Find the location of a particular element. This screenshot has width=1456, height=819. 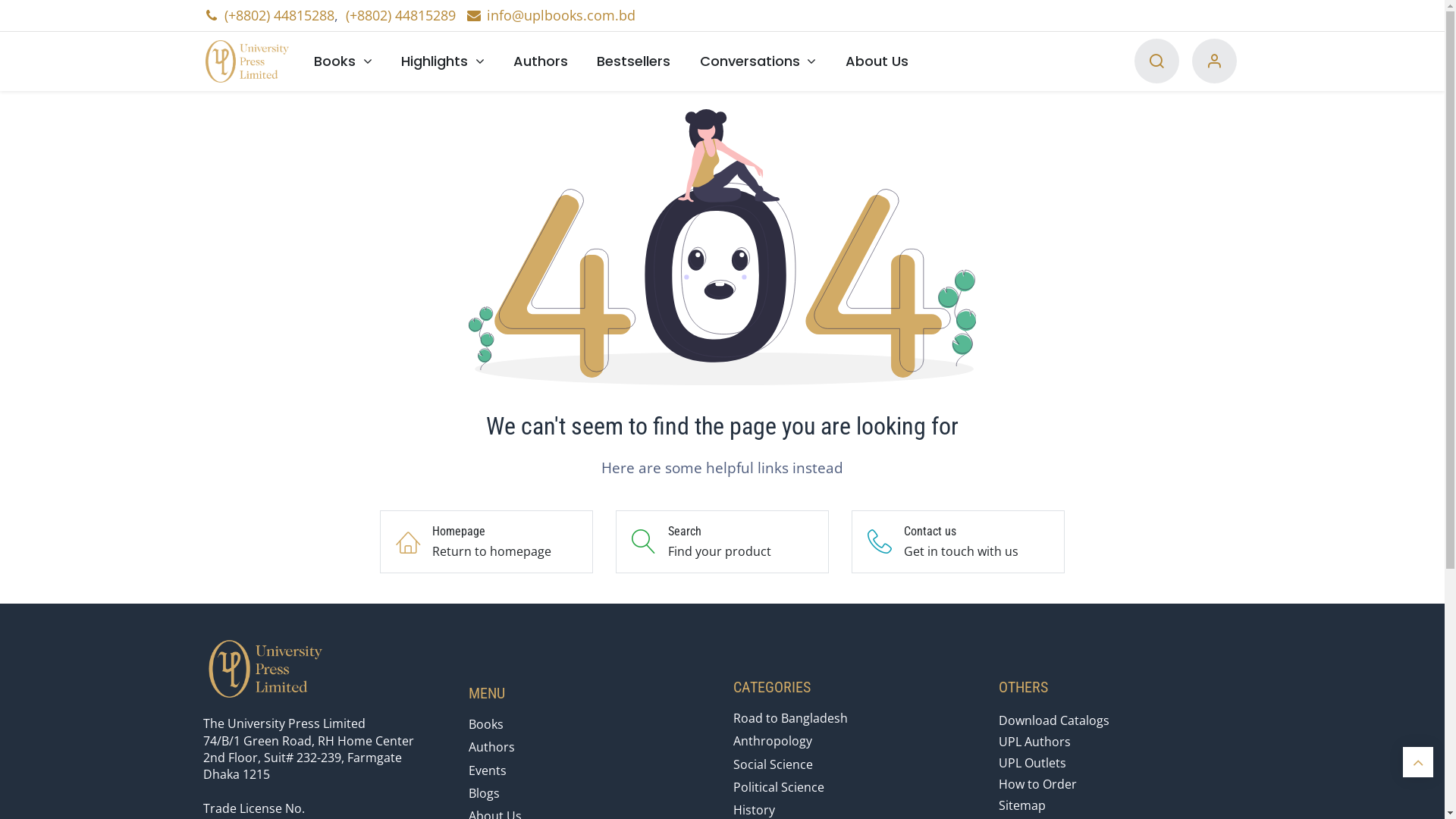

'How to Order' is located at coordinates (1037, 783).